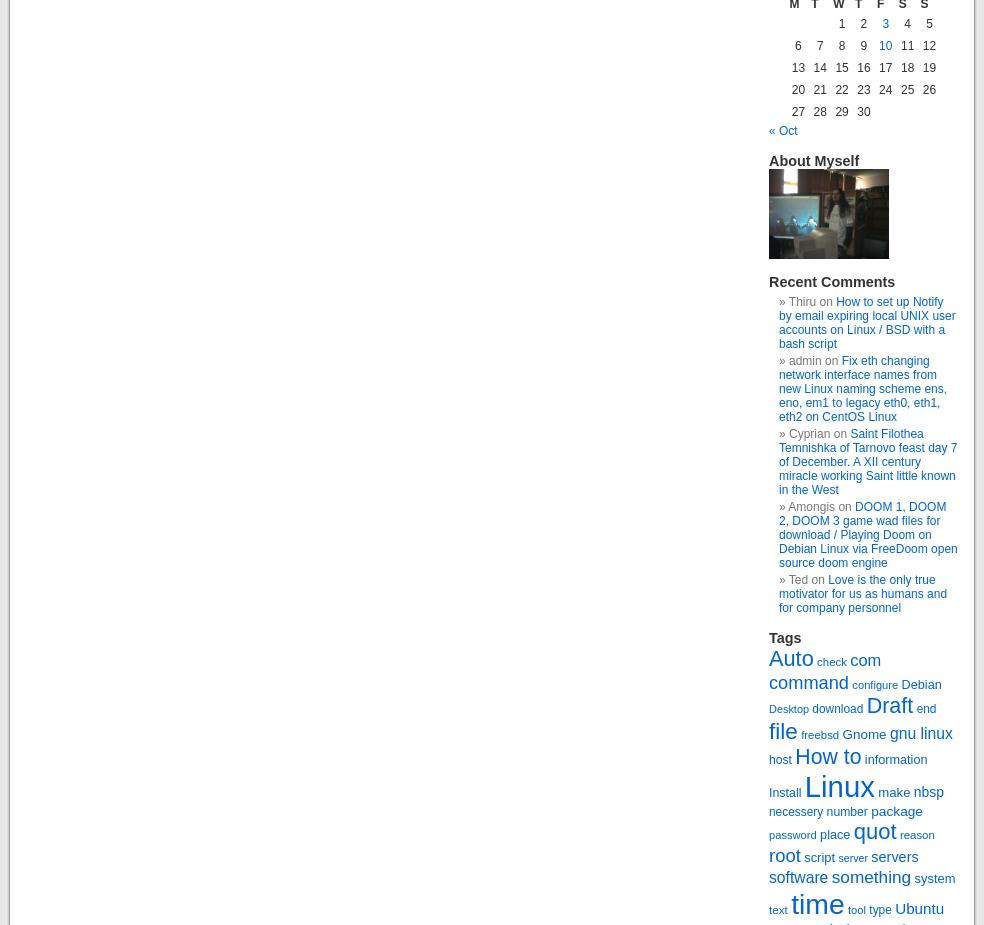 Image resolution: width=984 pixels, height=925 pixels. What do you see at coordinates (906, 44) in the screenshot?
I see `'11'` at bounding box center [906, 44].